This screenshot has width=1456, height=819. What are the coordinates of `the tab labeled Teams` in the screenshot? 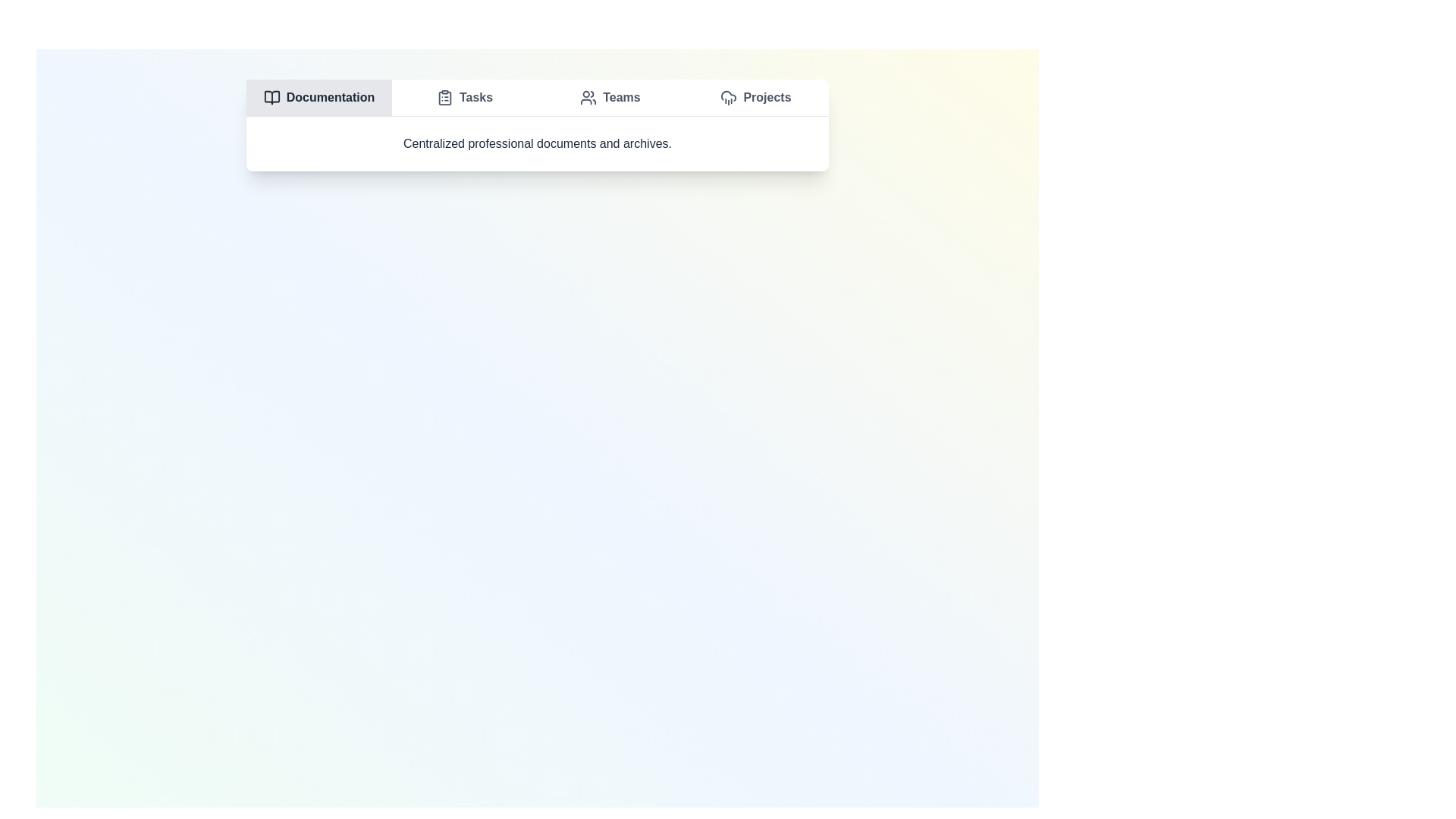 It's located at (610, 97).